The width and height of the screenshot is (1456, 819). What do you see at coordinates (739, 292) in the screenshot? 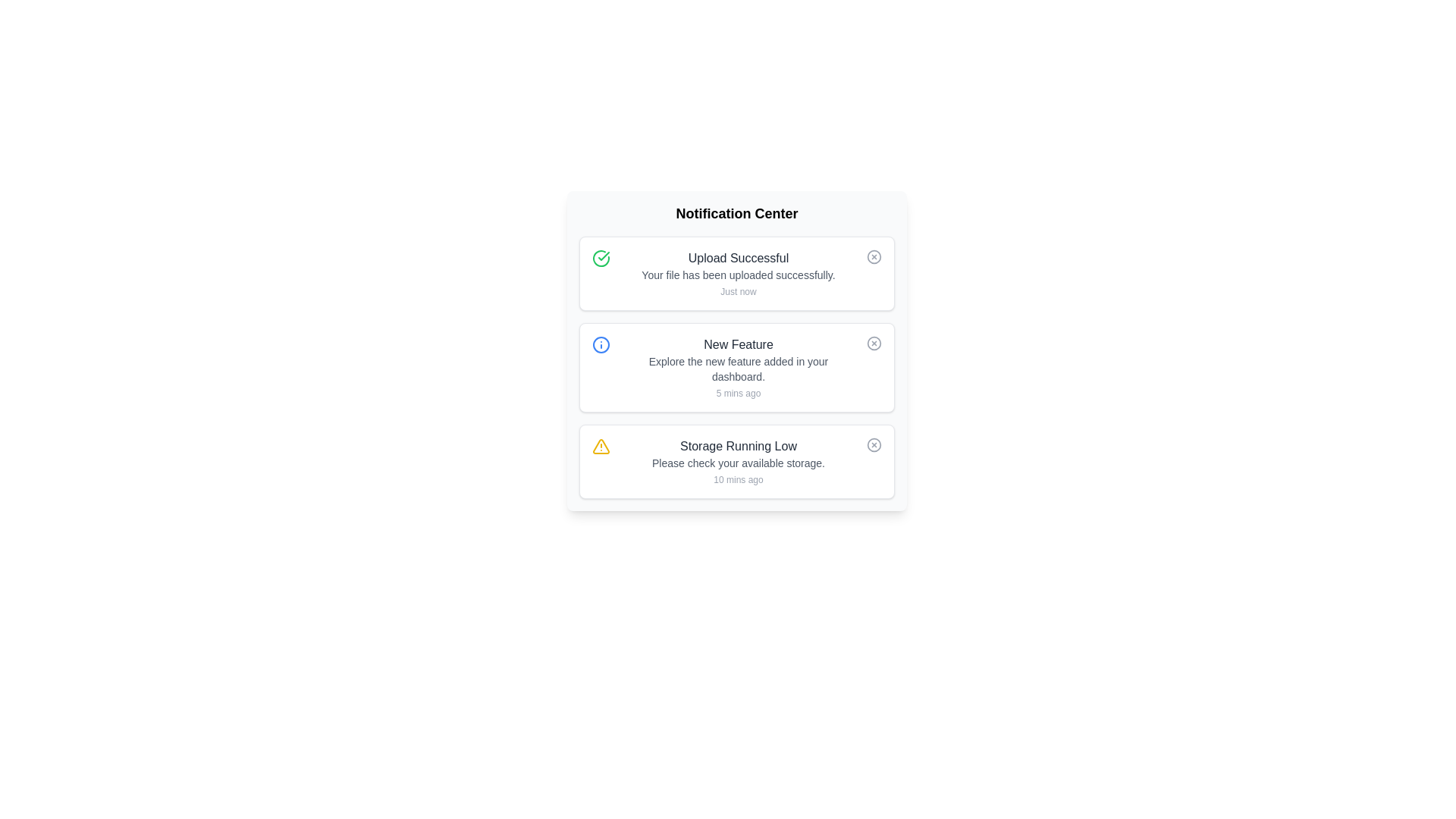
I see `the timestamp text label located within the first notification block in the Notification Center, which indicates when the upload was completed` at bounding box center [739, 292].